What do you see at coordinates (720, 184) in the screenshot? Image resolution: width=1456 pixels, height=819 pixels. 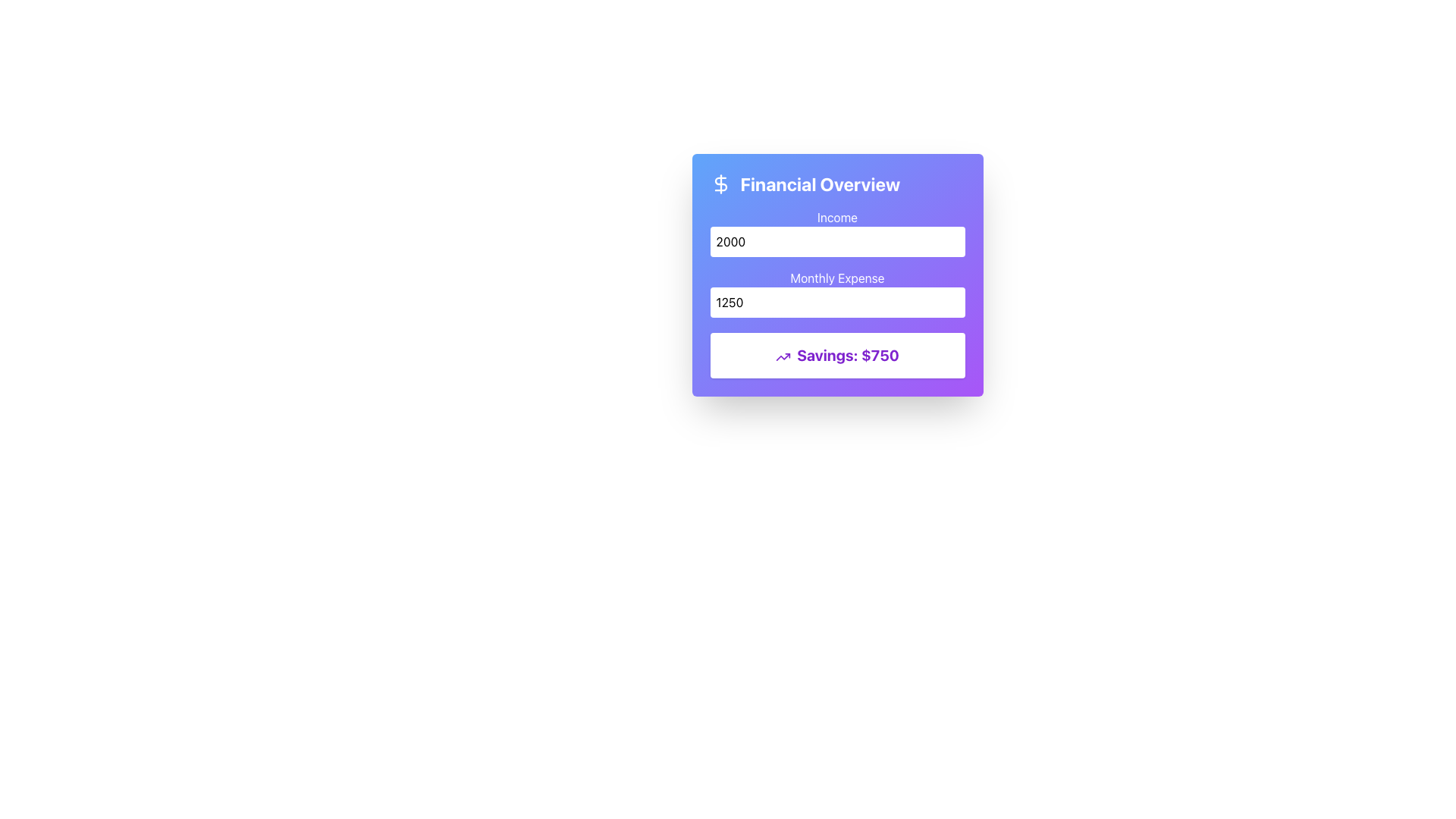 I see `the financial icon located in the header section of the 'Financial Overview' panel by moving the cursor to its center` at bounding box center [720, 184].